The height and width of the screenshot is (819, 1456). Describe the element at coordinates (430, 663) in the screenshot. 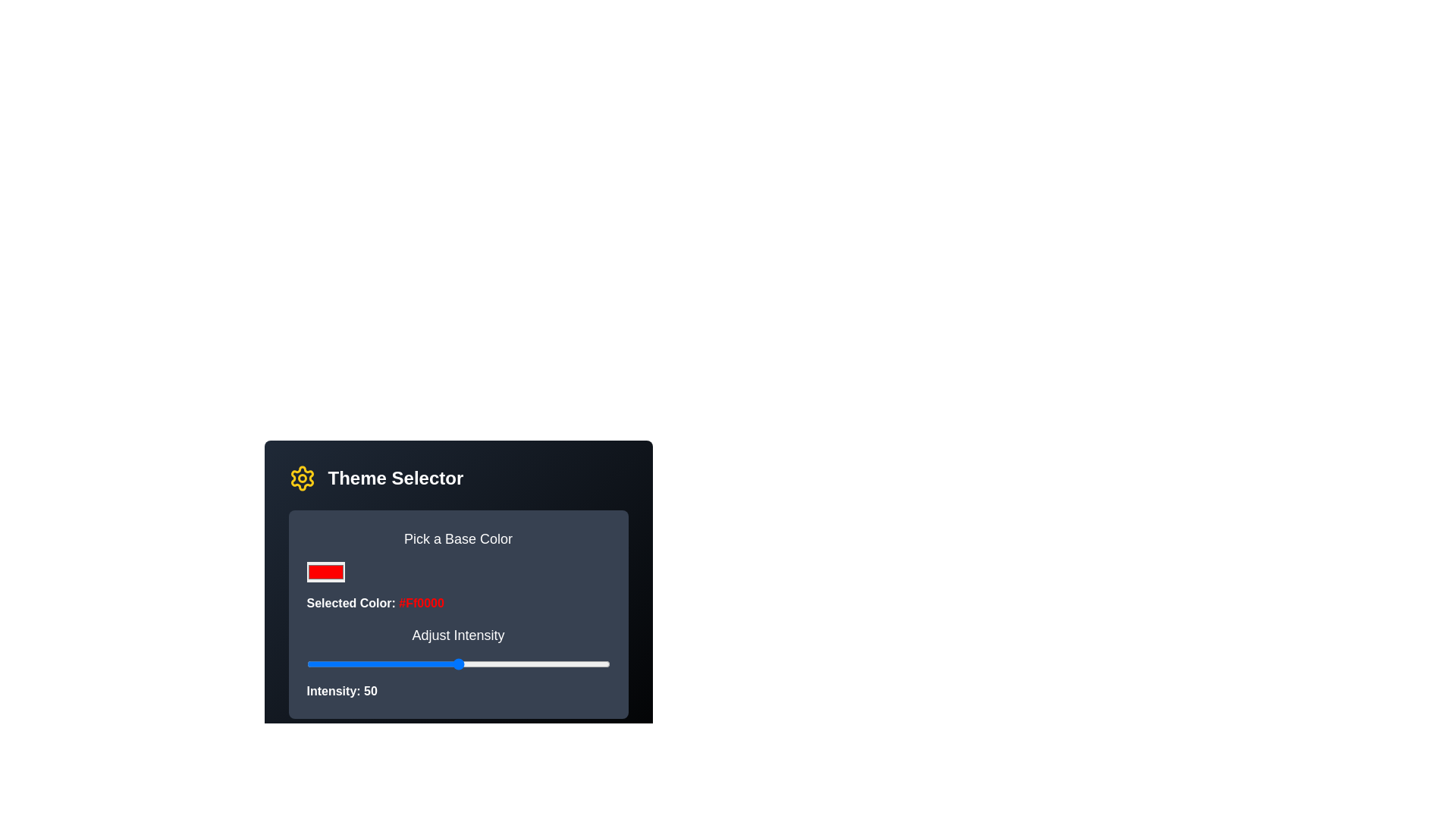

I see `the intensity slider to 41%` at that location.